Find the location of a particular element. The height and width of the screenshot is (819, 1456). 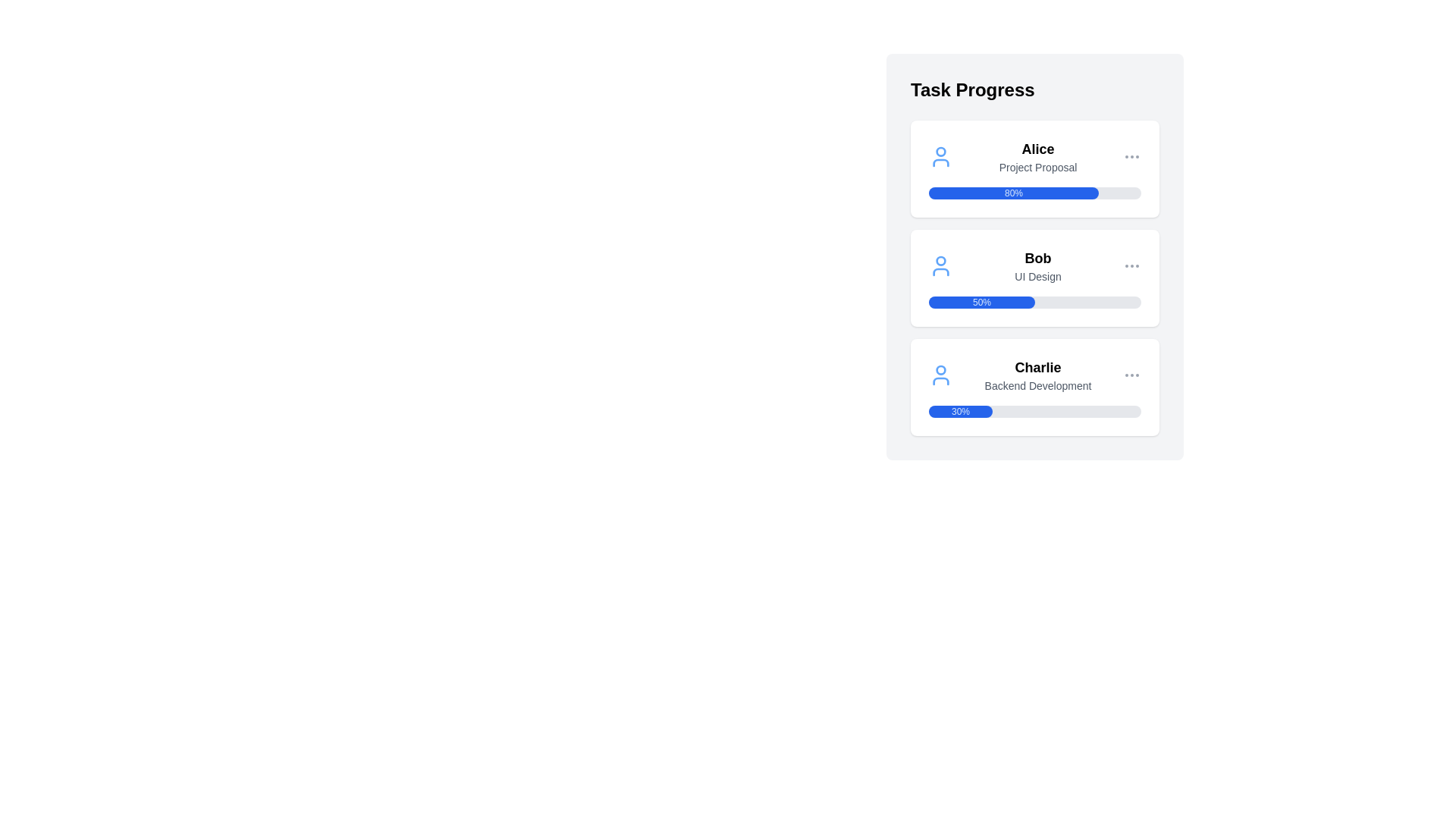

the progress bar representing 80% completion for the task labeled 'Alice - Project Proposal' in the 'Task Progress' section is located at coordinates (1014, 192).